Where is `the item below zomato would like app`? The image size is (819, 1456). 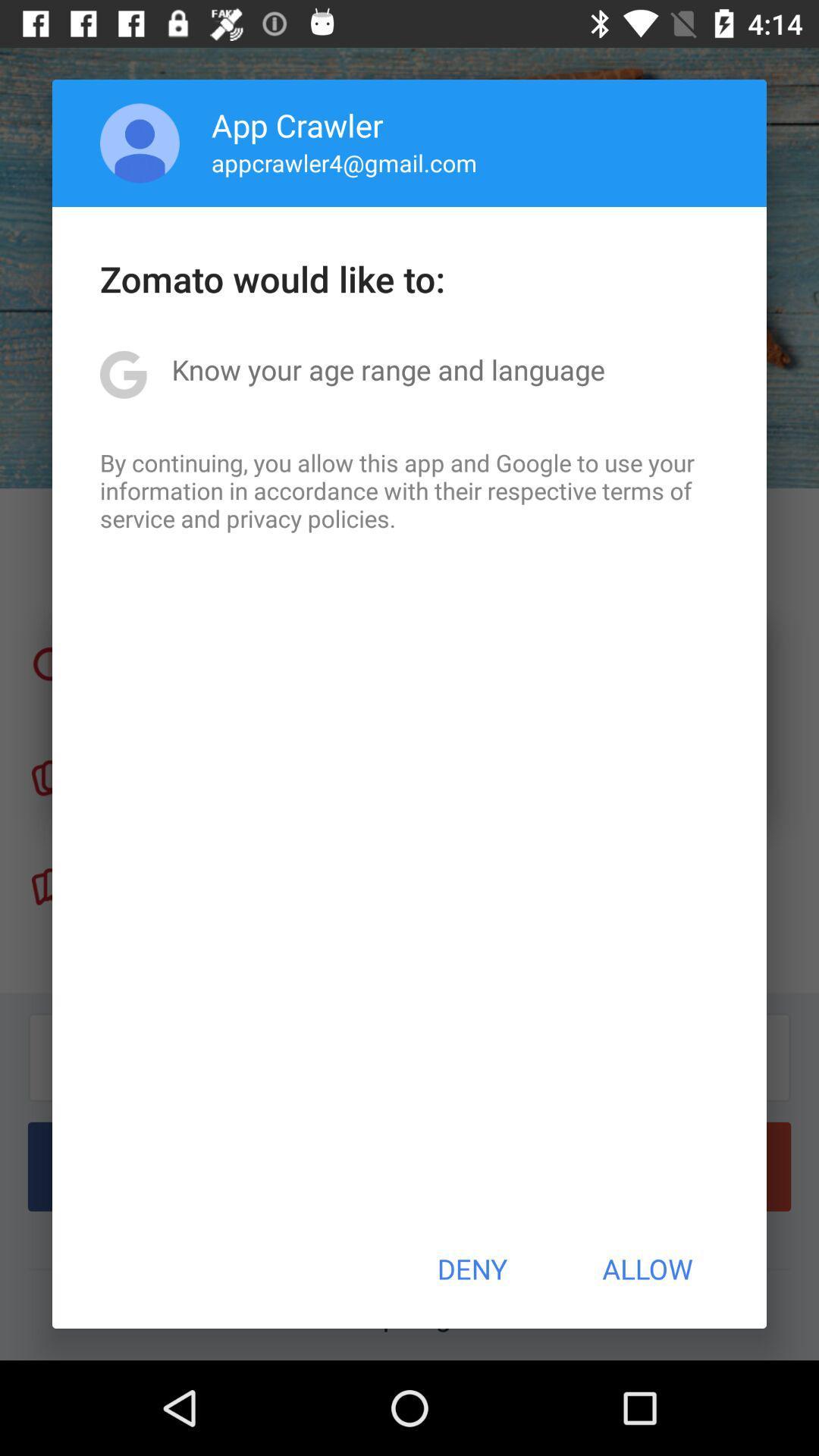 the item below zomato would like app is located at coordinates (388, 369).